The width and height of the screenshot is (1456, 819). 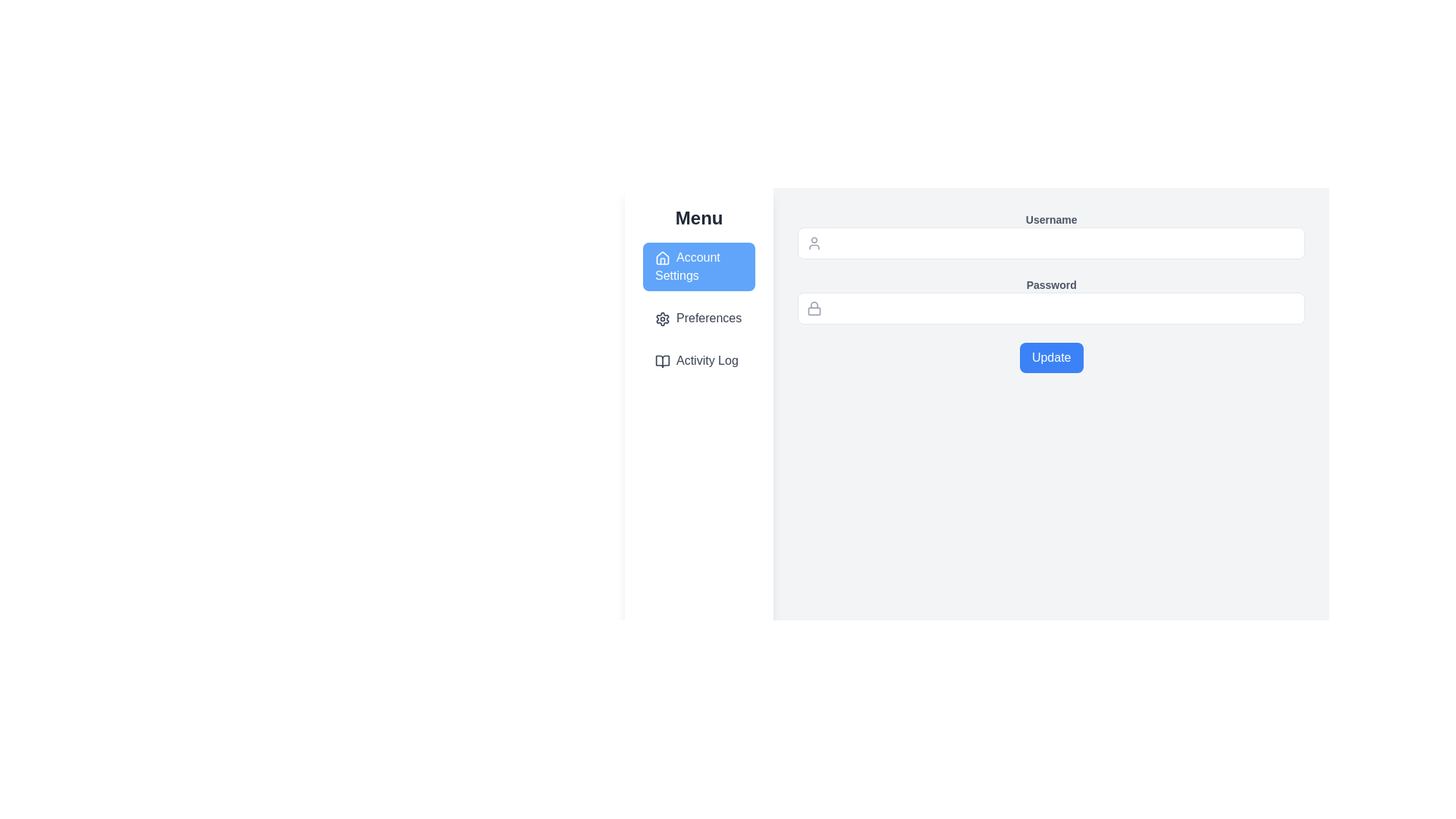 What do you see at coordinates (1050, 242) in the screenshot?
I see `the username input field located directly beneath the 'Username' label in the user form` at bounding box center [1050, 242].